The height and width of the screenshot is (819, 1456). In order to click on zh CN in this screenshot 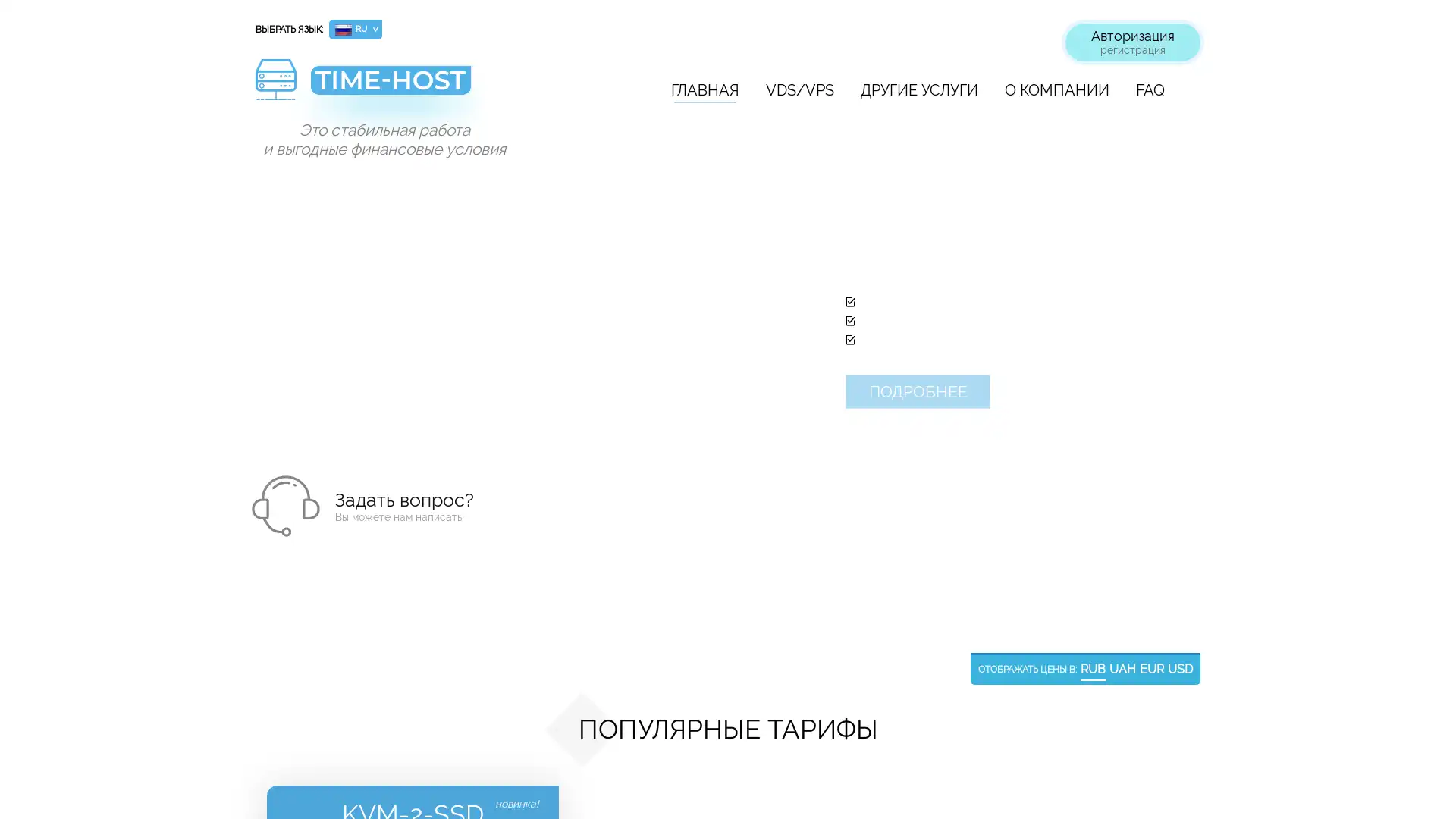, I will do `click(355, 167)`.